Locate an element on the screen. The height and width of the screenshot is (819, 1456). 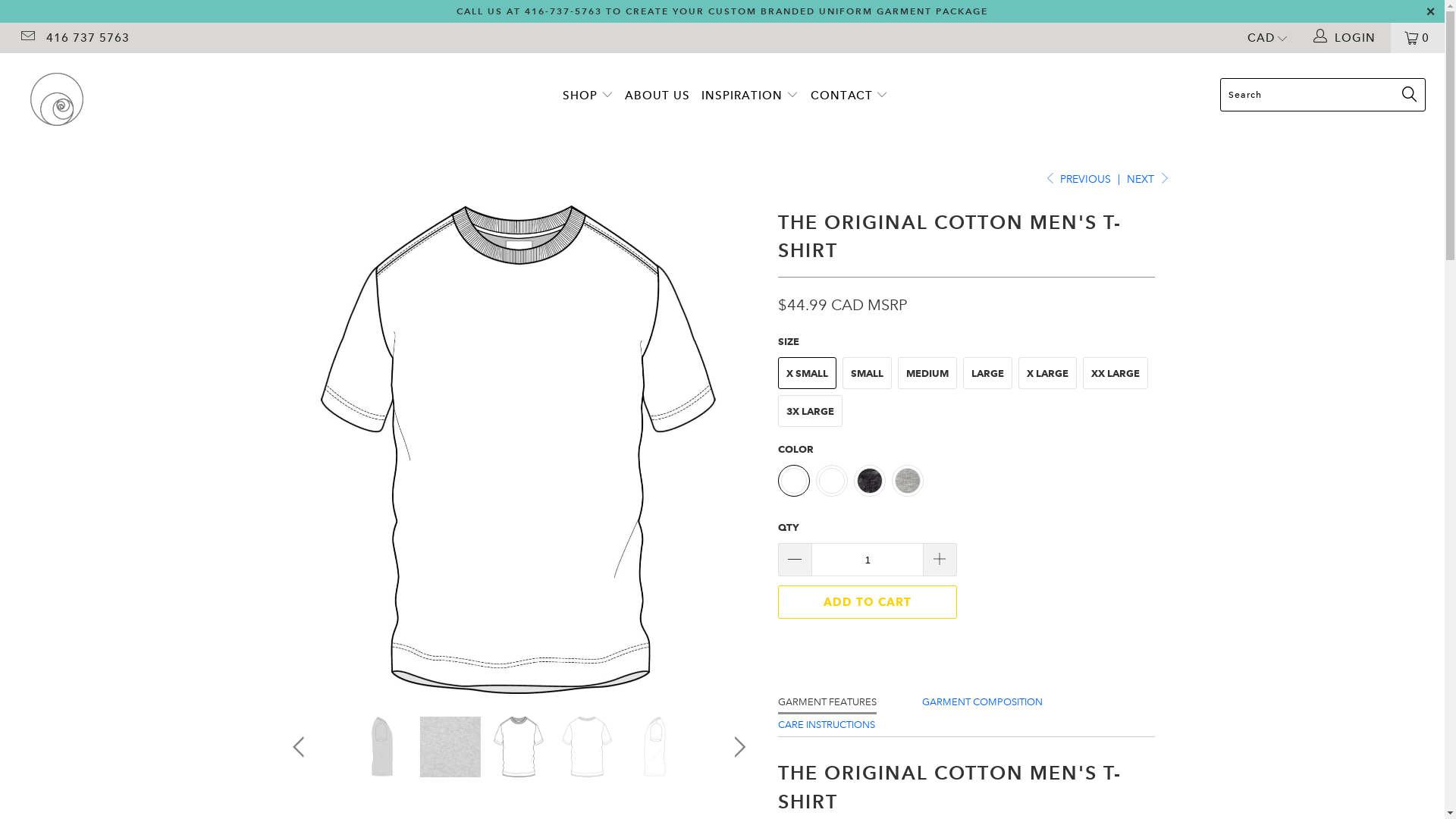
'CONTACT' is located at coordinates (849, 96).